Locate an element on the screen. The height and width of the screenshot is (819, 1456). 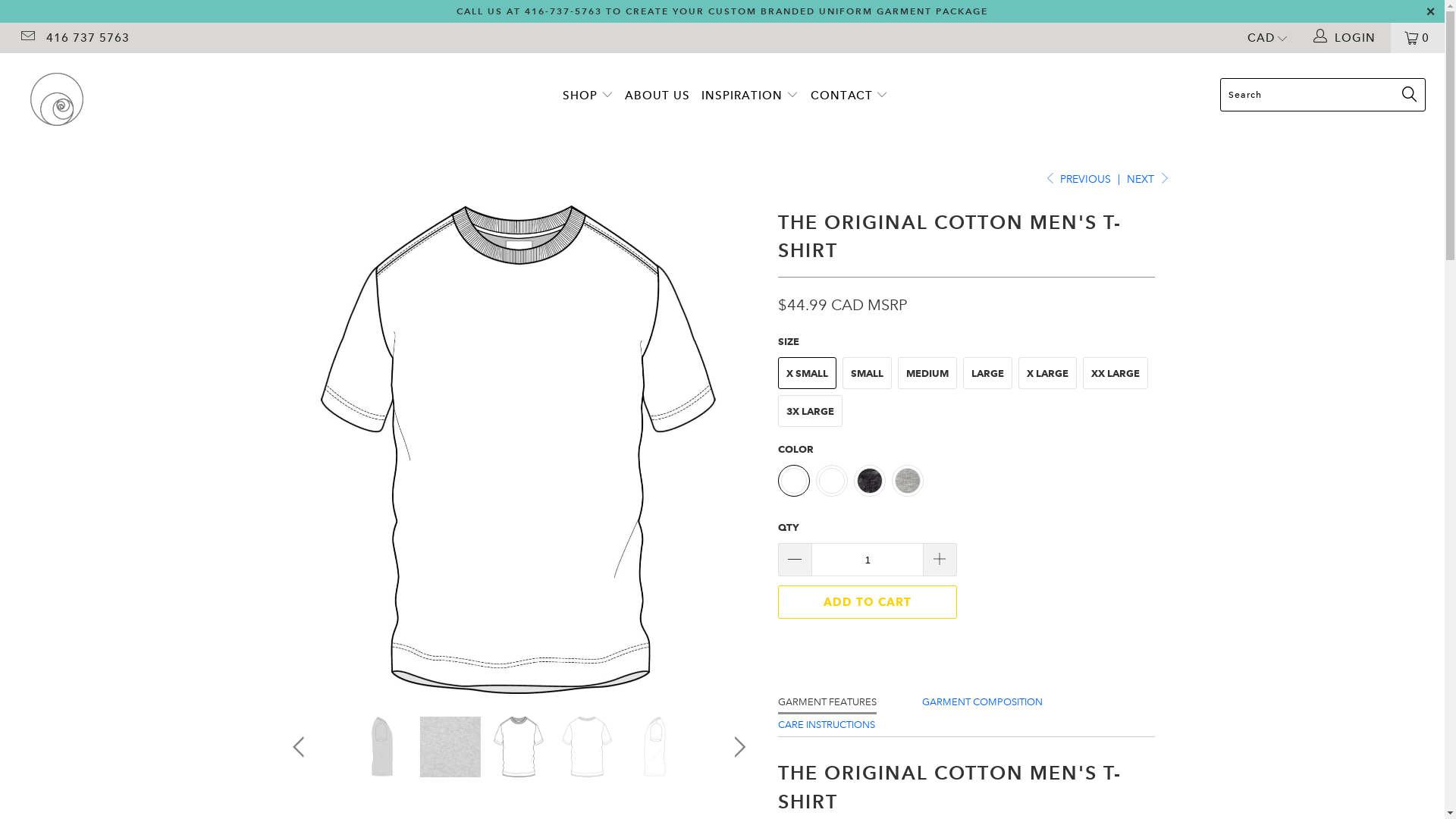
'CONTACT' is located at coordinates (849, 96).